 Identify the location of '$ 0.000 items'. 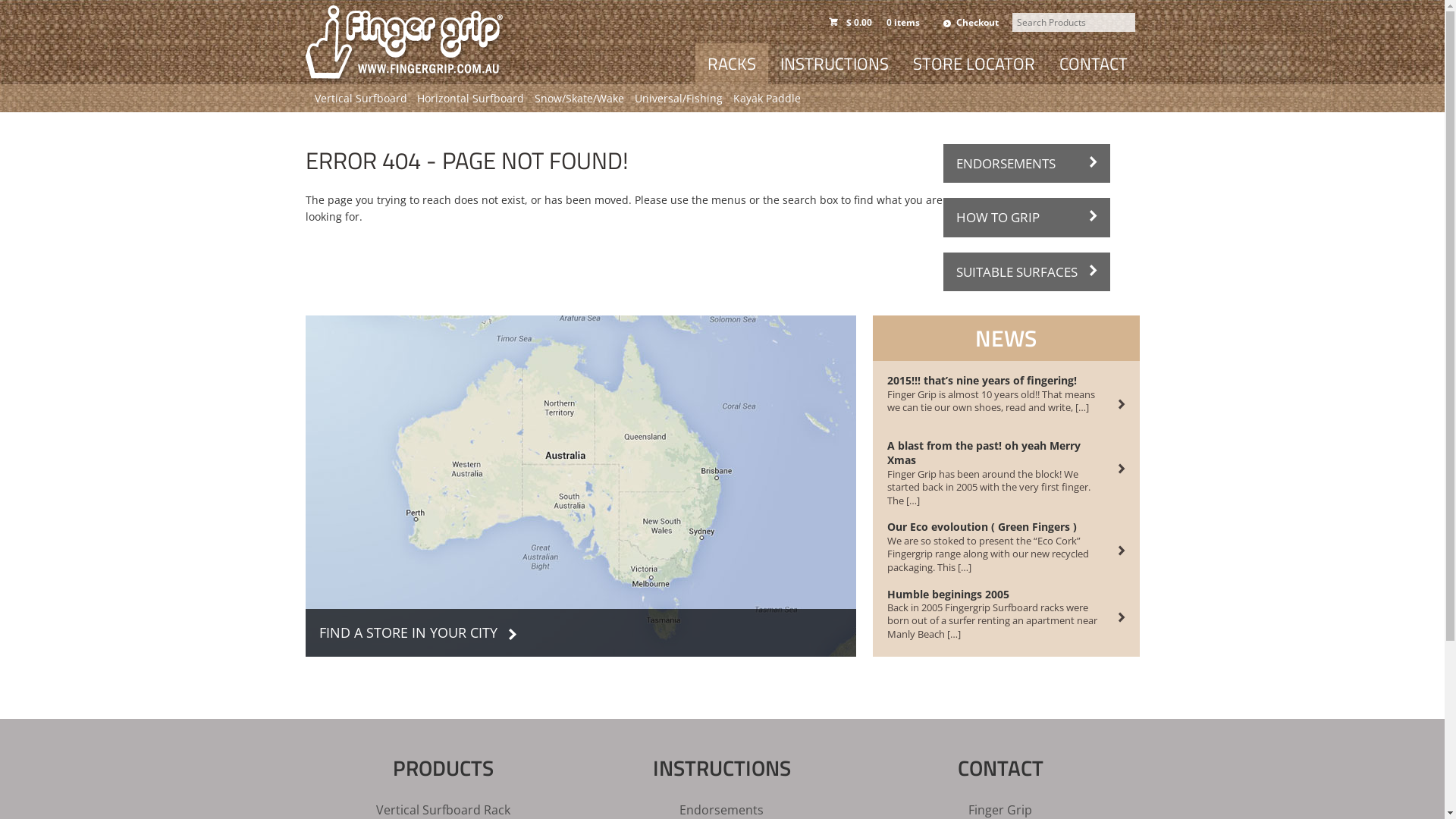
(877, 23).